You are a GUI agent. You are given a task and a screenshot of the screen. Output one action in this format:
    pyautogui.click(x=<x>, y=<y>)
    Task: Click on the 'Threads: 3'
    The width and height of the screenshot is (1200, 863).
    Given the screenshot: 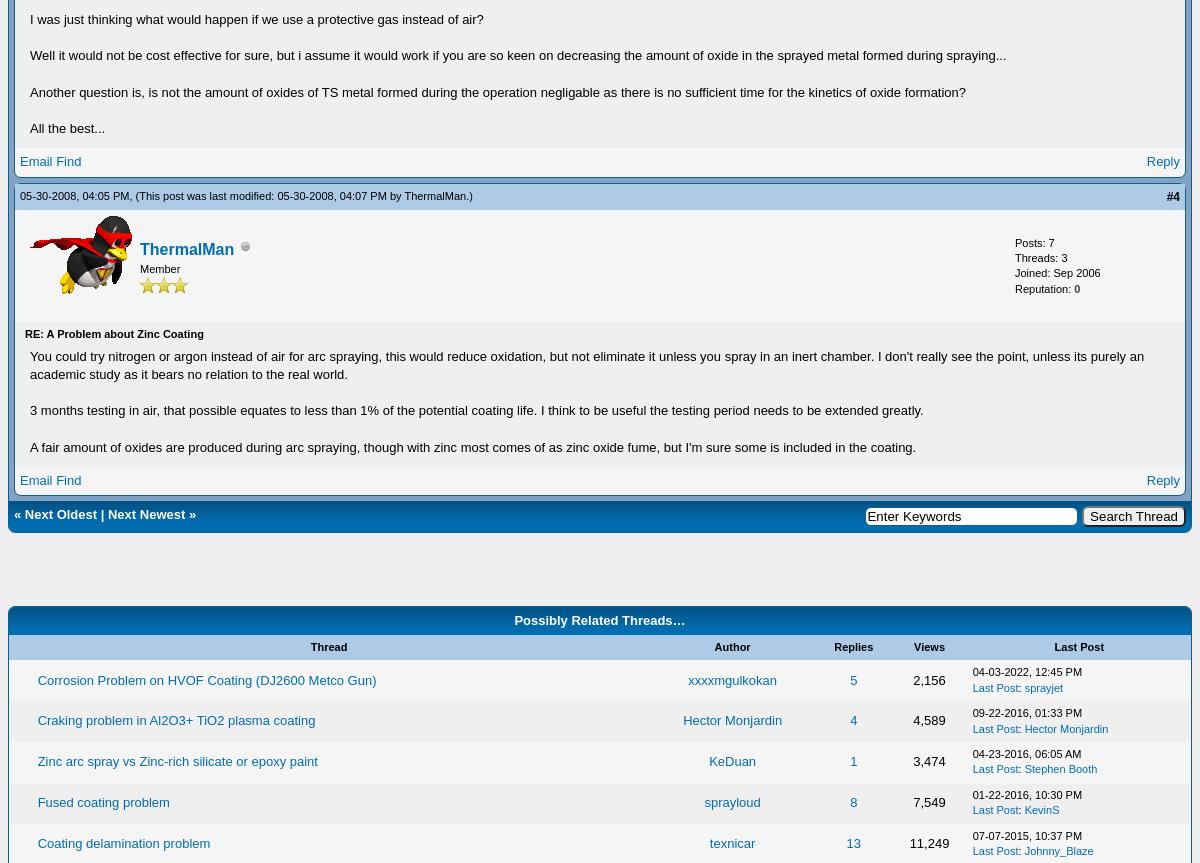 What is the action you would take?
    pyautogui.click(x=1041, y=257)
    